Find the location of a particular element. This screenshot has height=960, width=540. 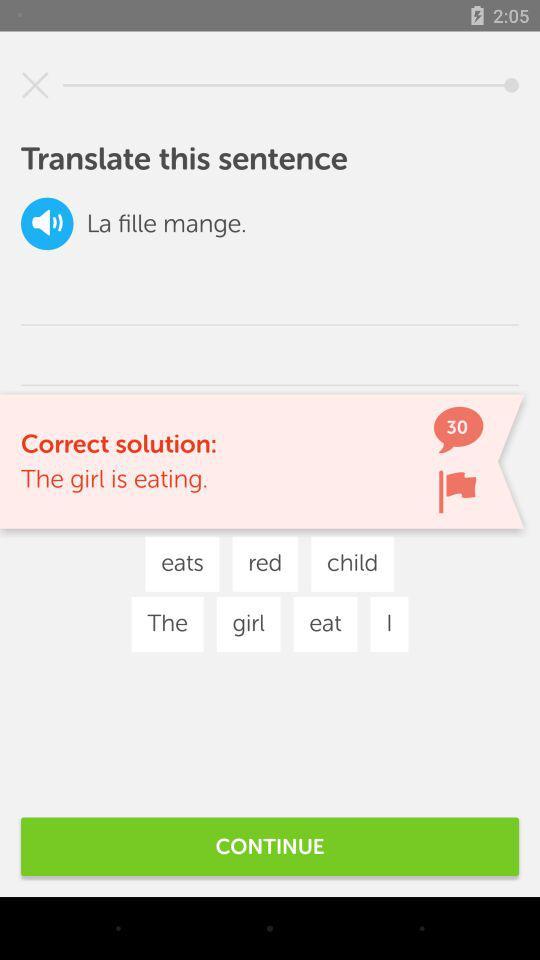

the volume icon is located at coordinates (47, 223).